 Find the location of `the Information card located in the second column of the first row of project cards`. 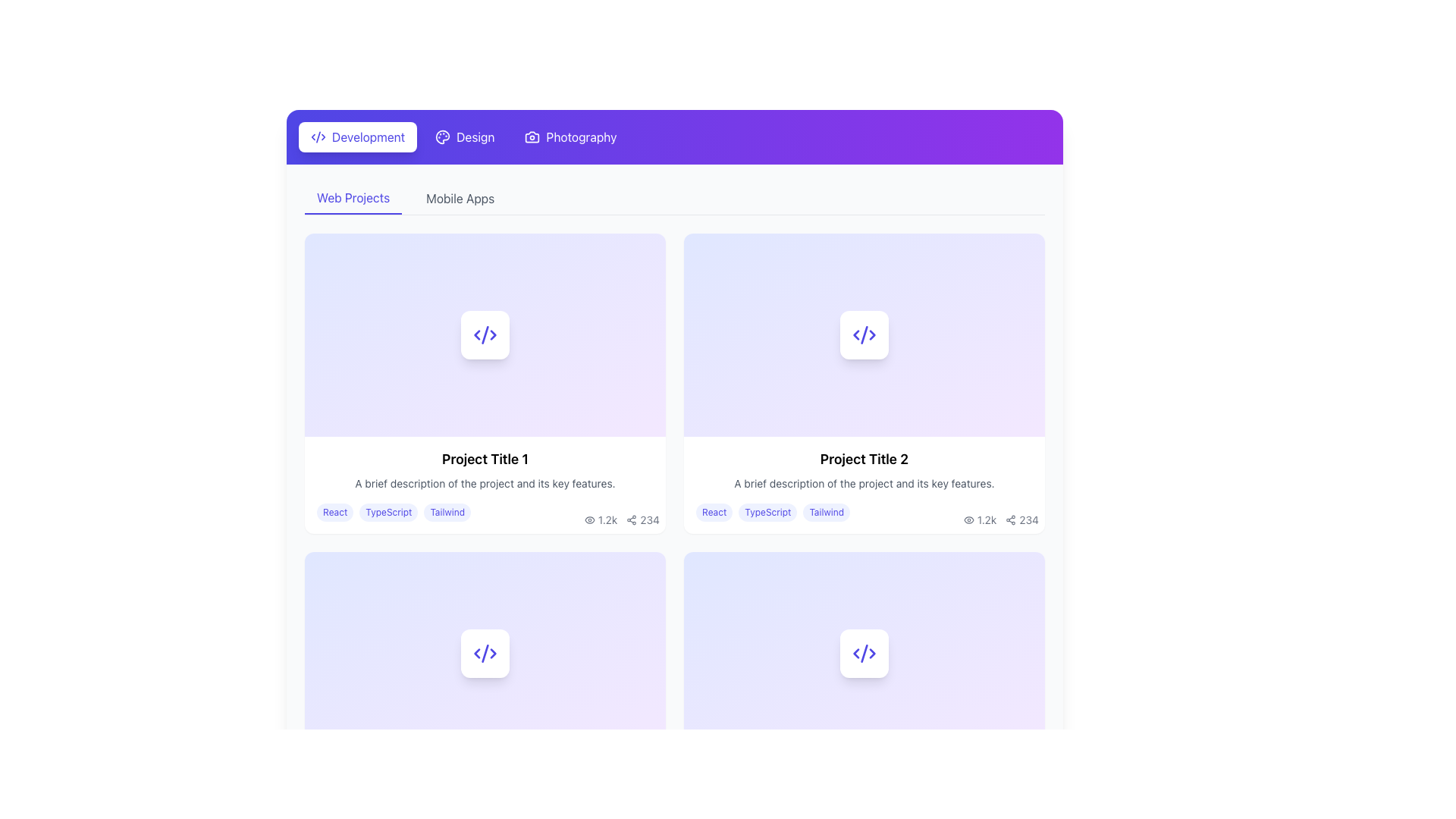

the Information card located in the second column of the first row of project cards is located at coordinates (864, 382).